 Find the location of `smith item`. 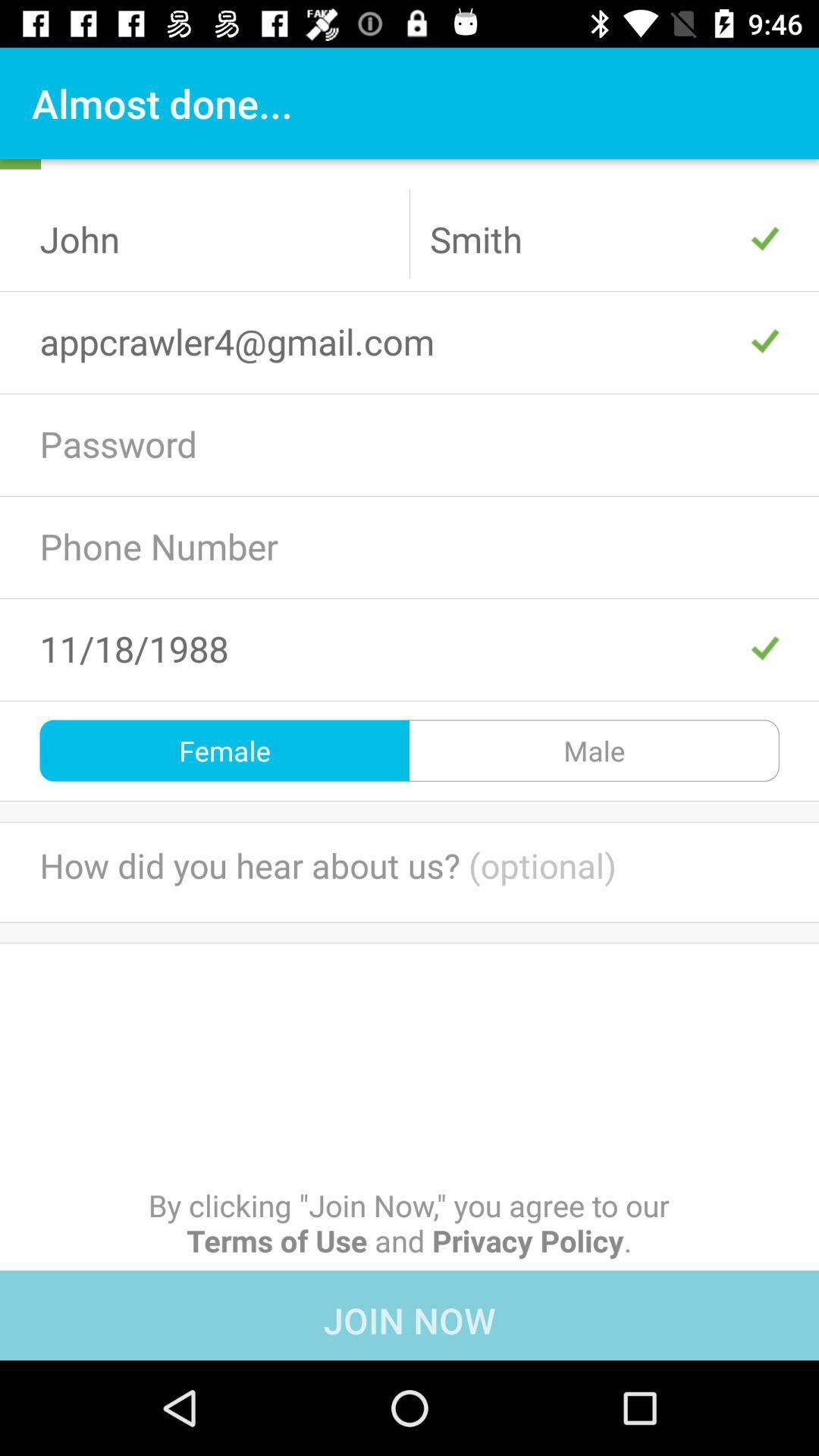

smith item is located at coordinates (604, 238).